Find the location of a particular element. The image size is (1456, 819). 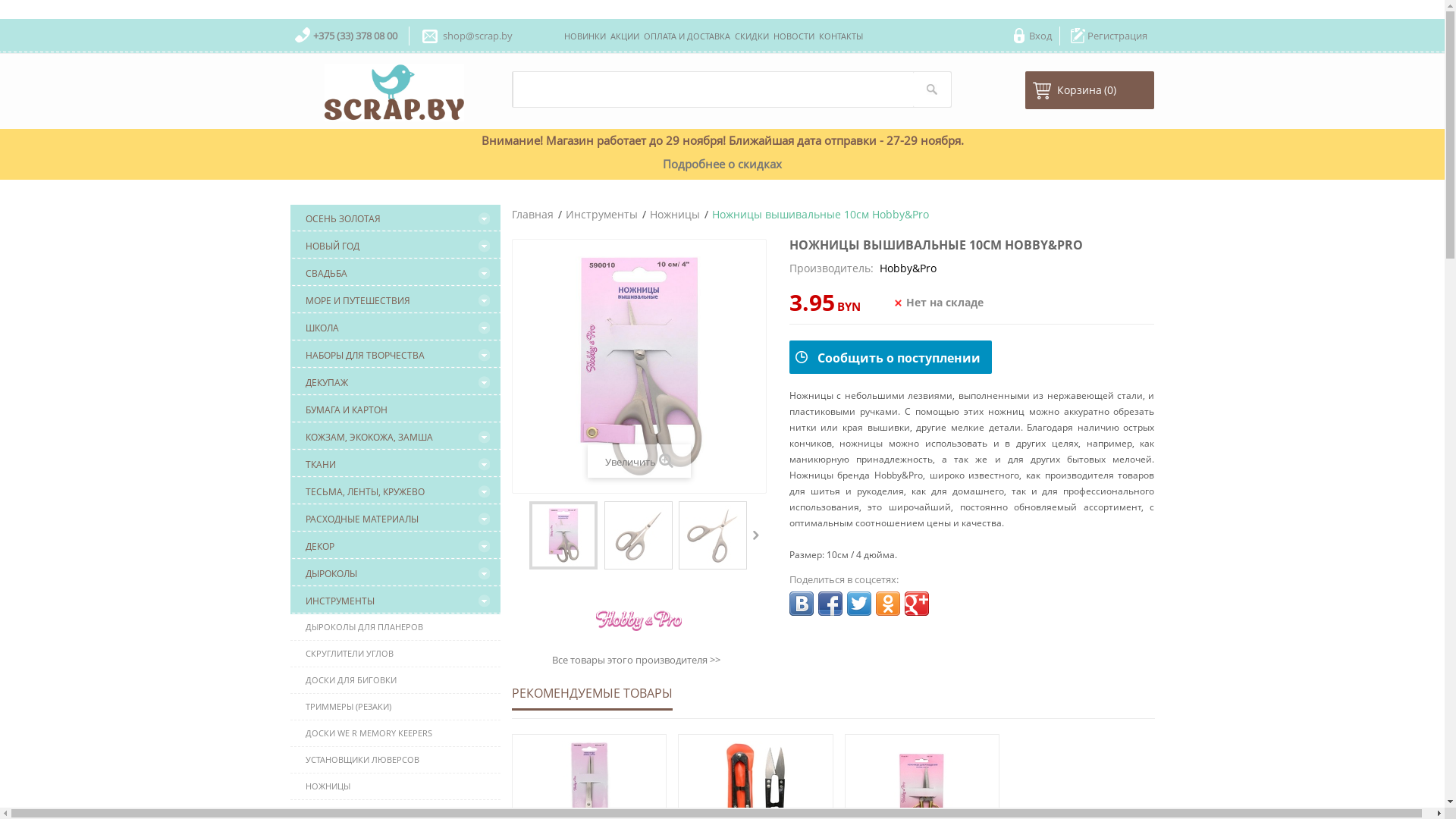

'Search' is located at coordinates (930, 89).